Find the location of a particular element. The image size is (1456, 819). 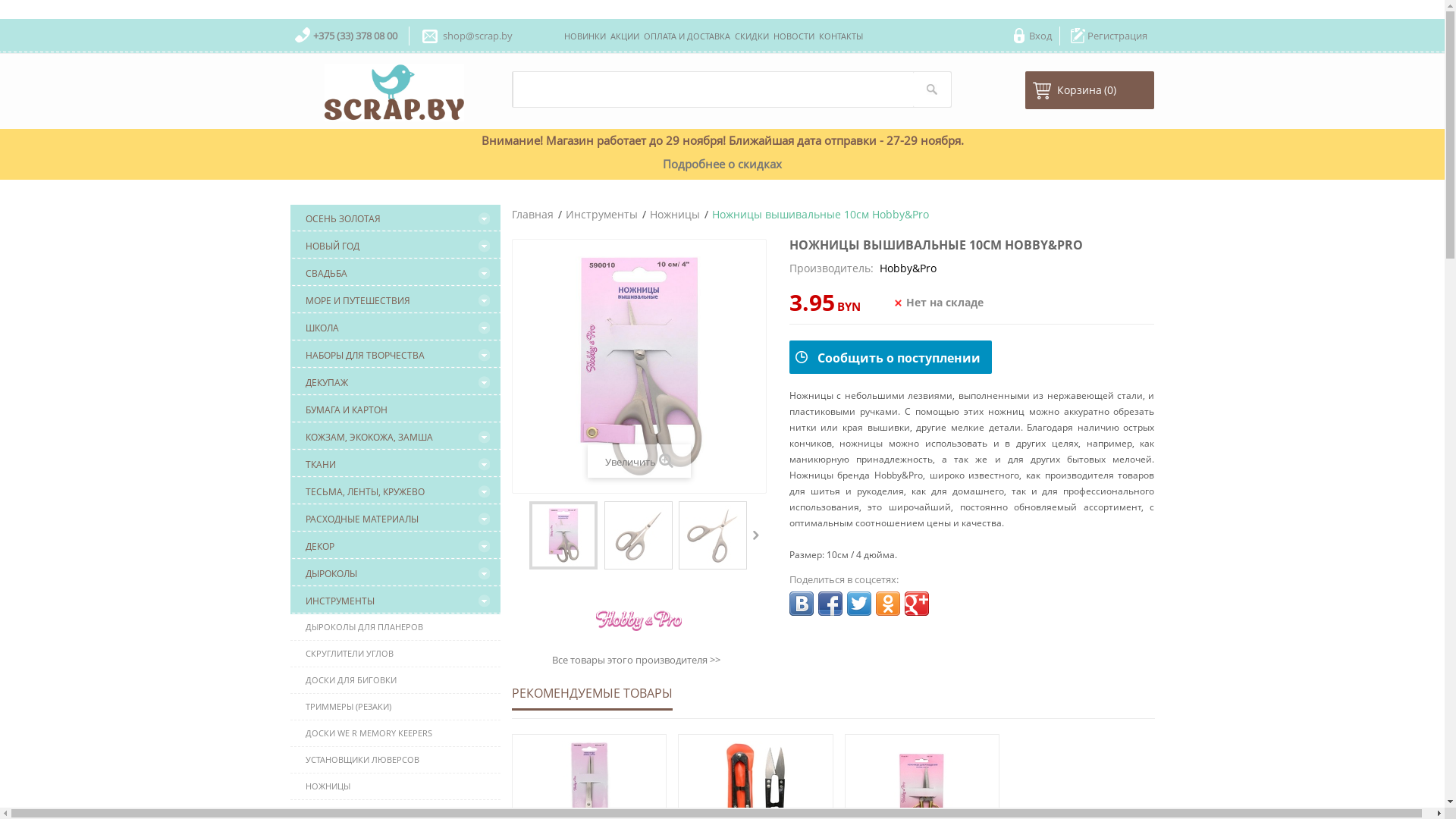

'Search' is located at coordinates (930, 89).